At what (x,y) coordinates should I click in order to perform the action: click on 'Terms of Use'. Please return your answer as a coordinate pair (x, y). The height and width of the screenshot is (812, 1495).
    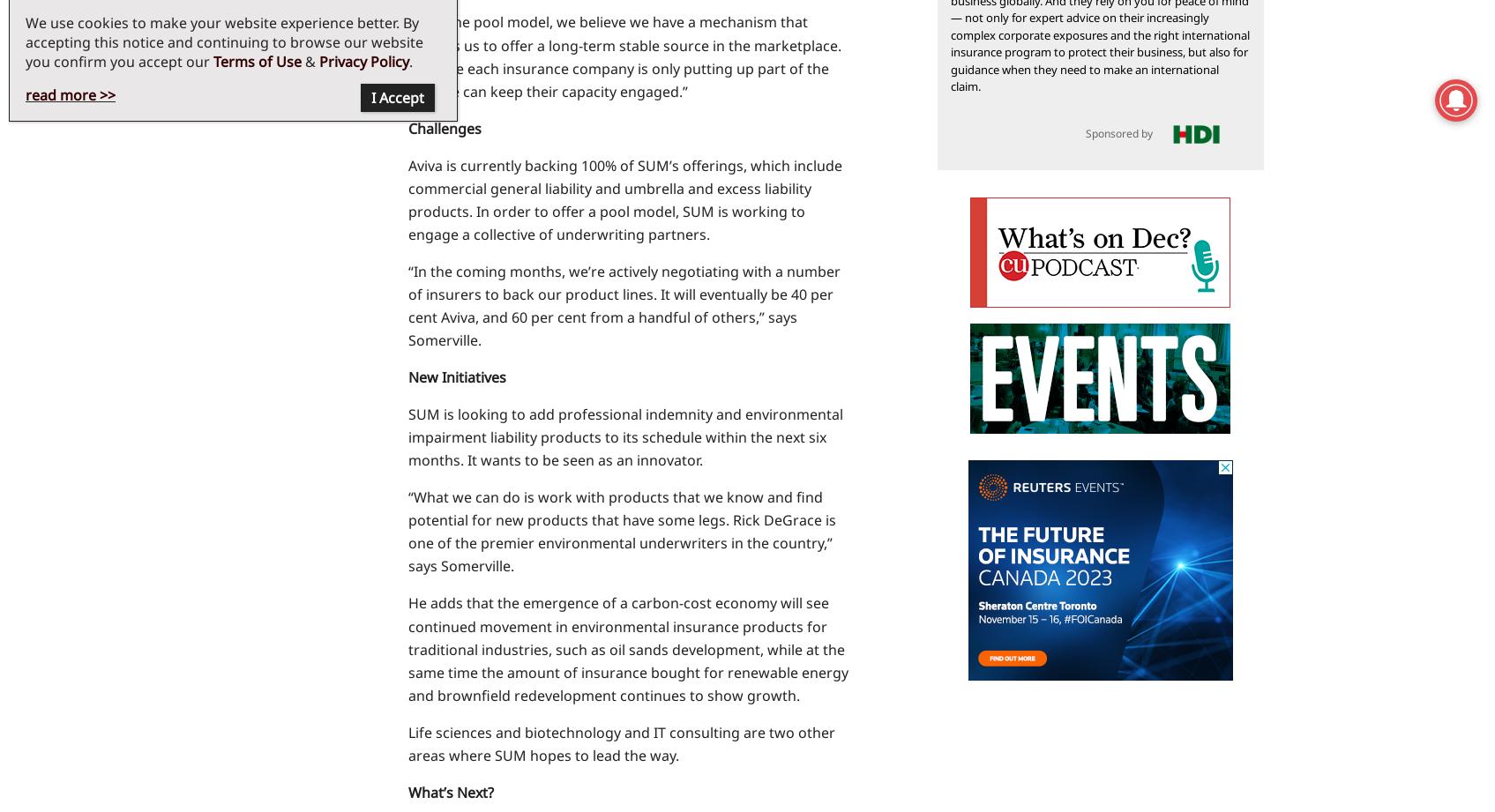
    Looking at the image, I should click on (258, 61).